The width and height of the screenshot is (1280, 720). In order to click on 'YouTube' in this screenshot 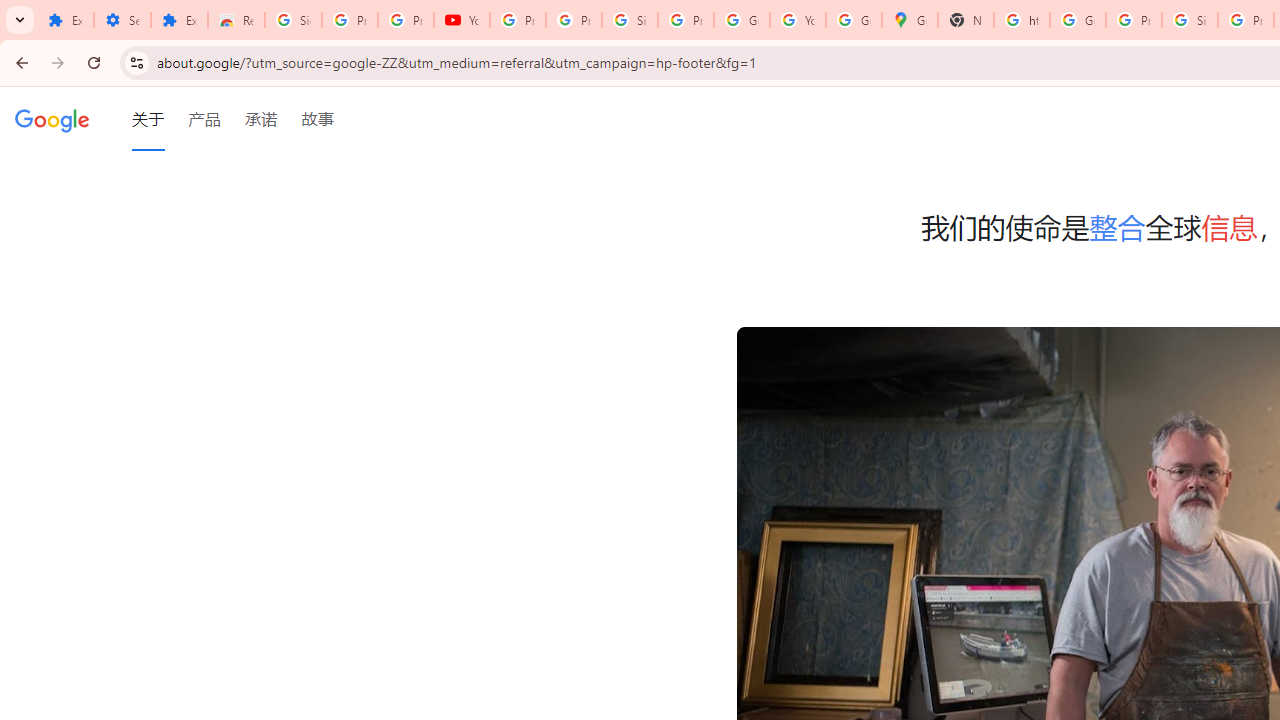, I will do `click(461, 20)`.